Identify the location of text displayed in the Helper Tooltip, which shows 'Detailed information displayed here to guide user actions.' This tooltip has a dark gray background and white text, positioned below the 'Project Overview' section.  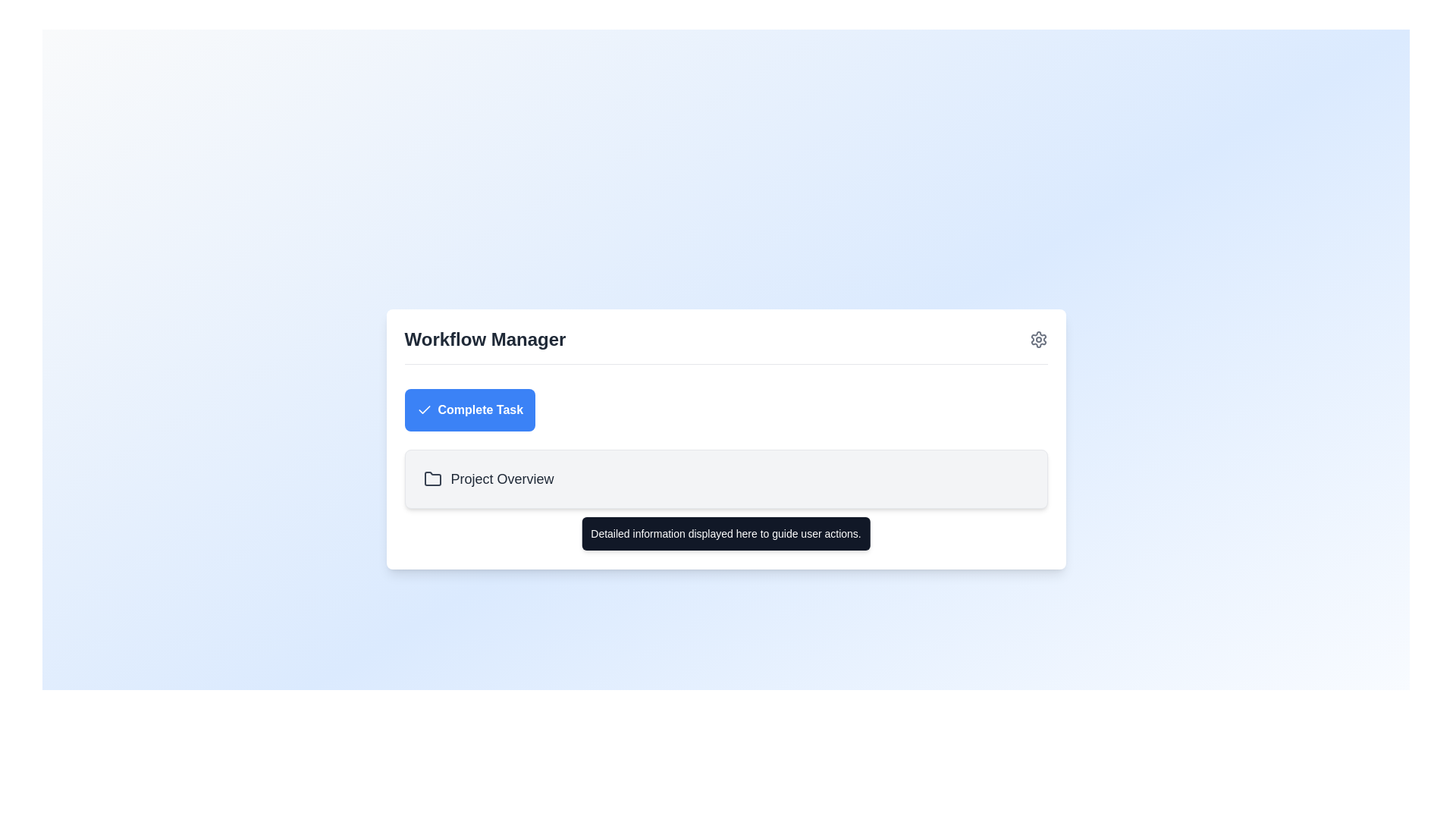
(725, 532).